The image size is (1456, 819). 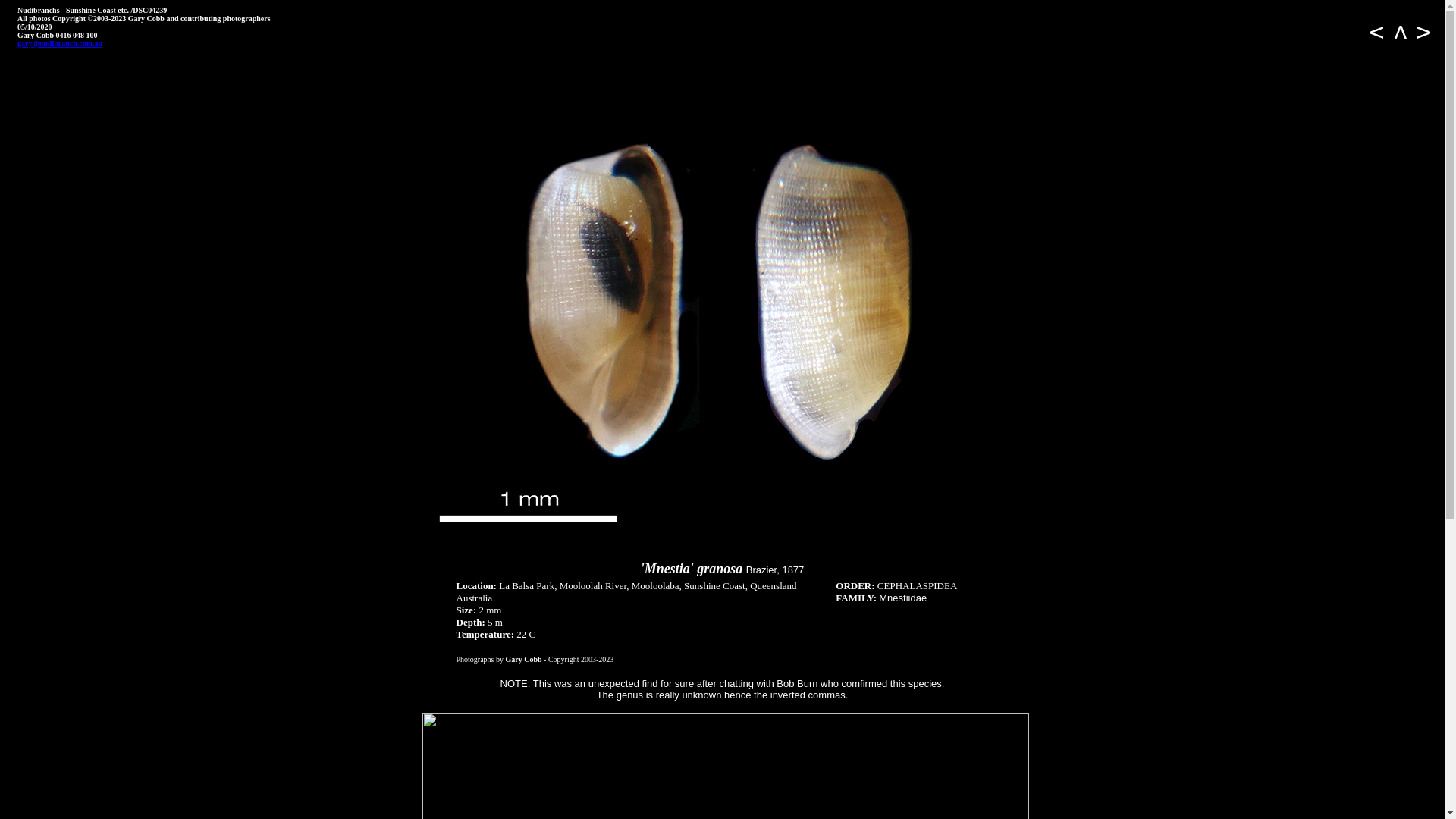 I want to click on 'gary@nudibranch.com.au', so click(x=59, y=42).